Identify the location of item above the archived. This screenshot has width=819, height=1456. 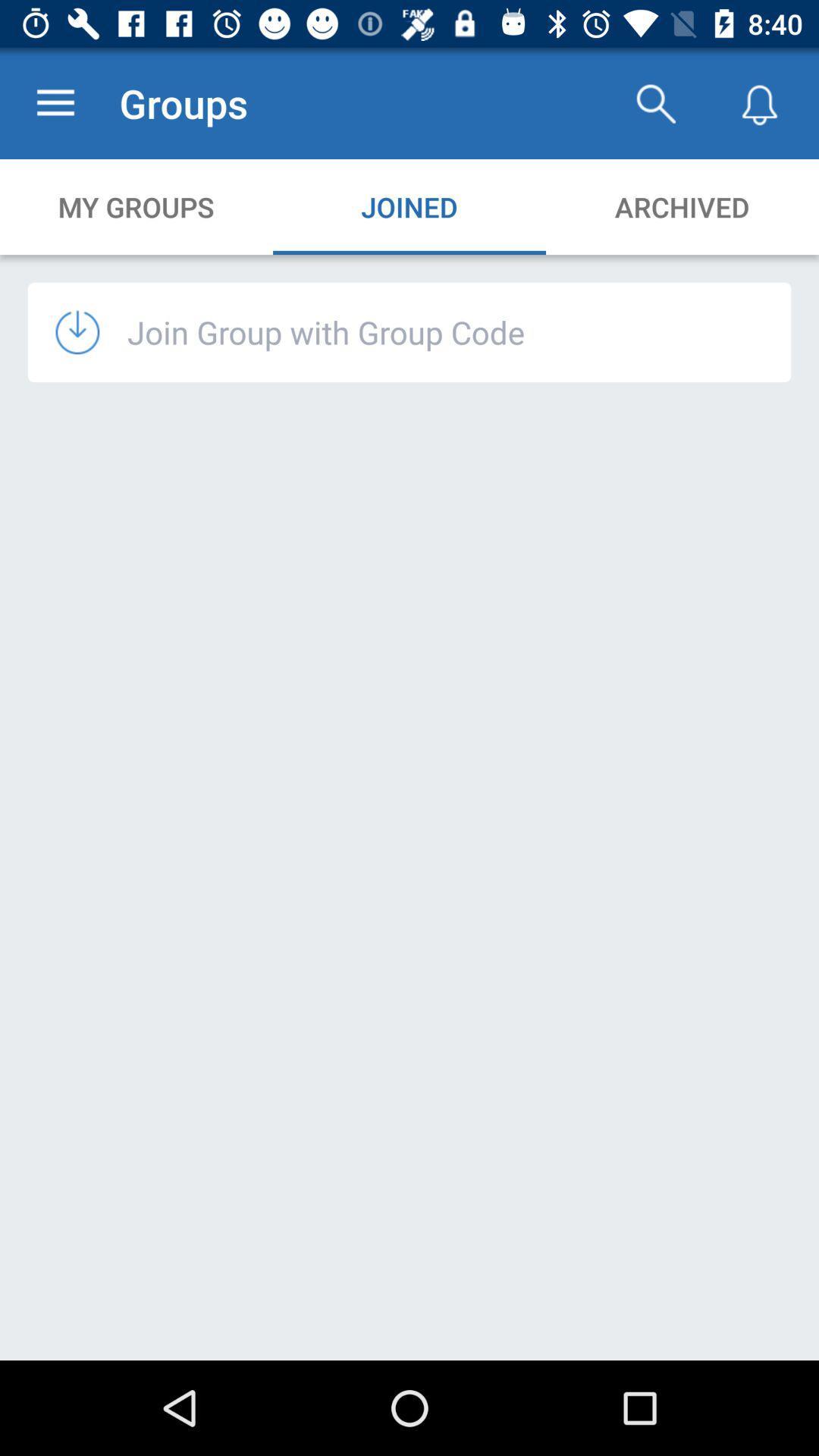
(654, 102).